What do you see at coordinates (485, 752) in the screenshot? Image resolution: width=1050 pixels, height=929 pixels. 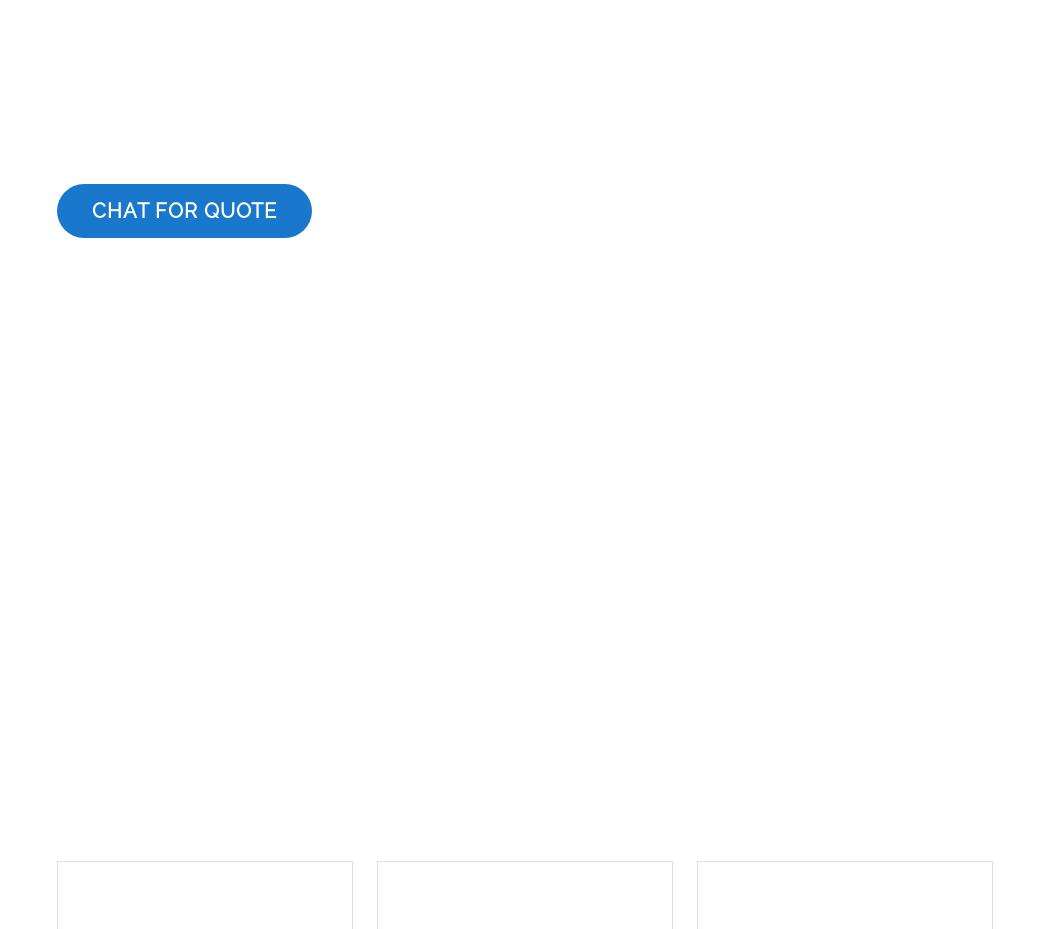 I see `'UK'` at bounding box center [485, 752].